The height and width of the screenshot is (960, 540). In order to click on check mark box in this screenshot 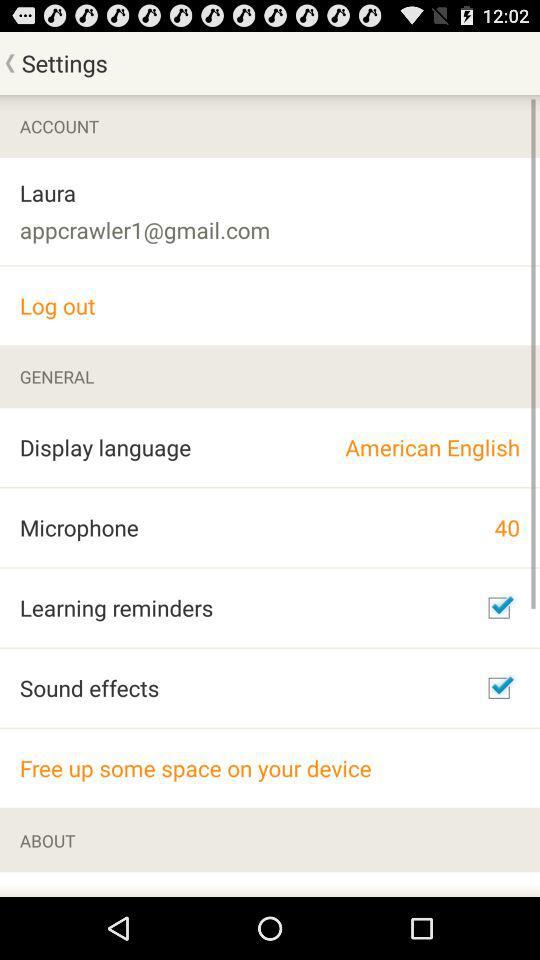, I will do `click(498, 688)`.